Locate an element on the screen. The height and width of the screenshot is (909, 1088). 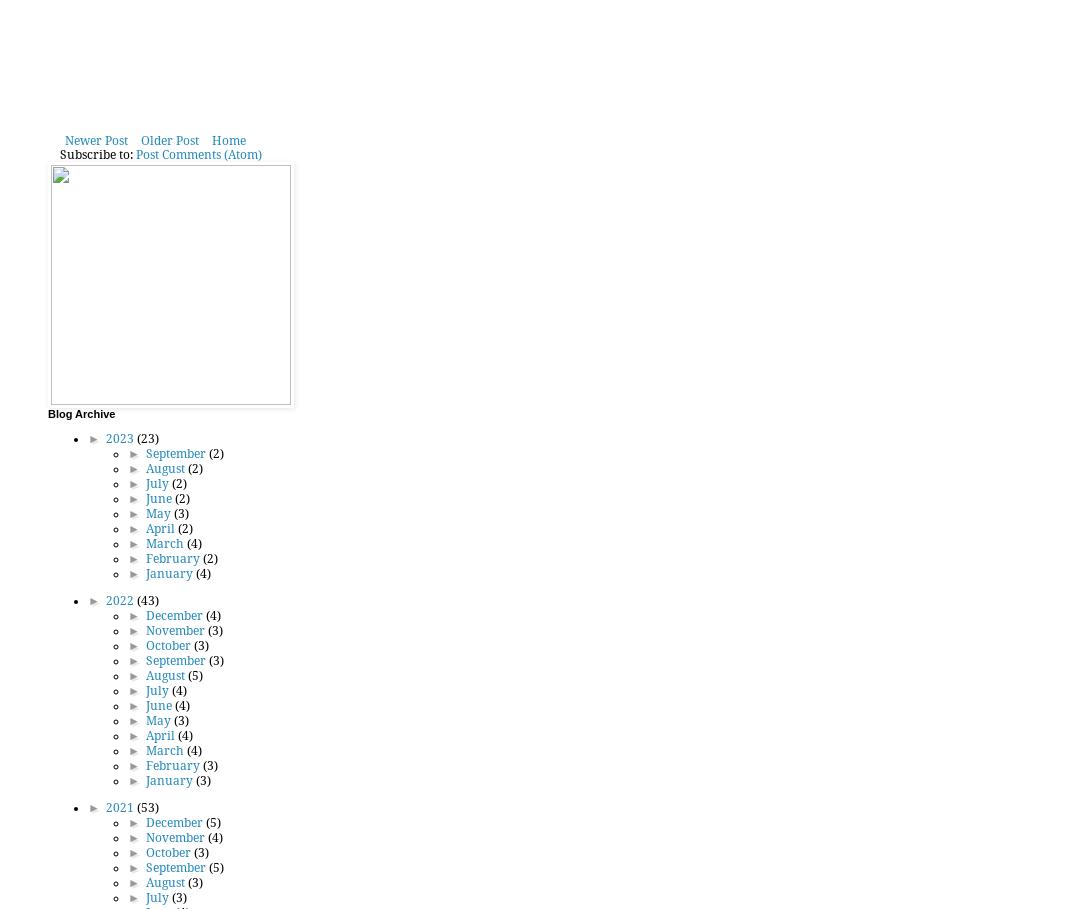
'Blog Archive' is located at coordinates (81, 413).